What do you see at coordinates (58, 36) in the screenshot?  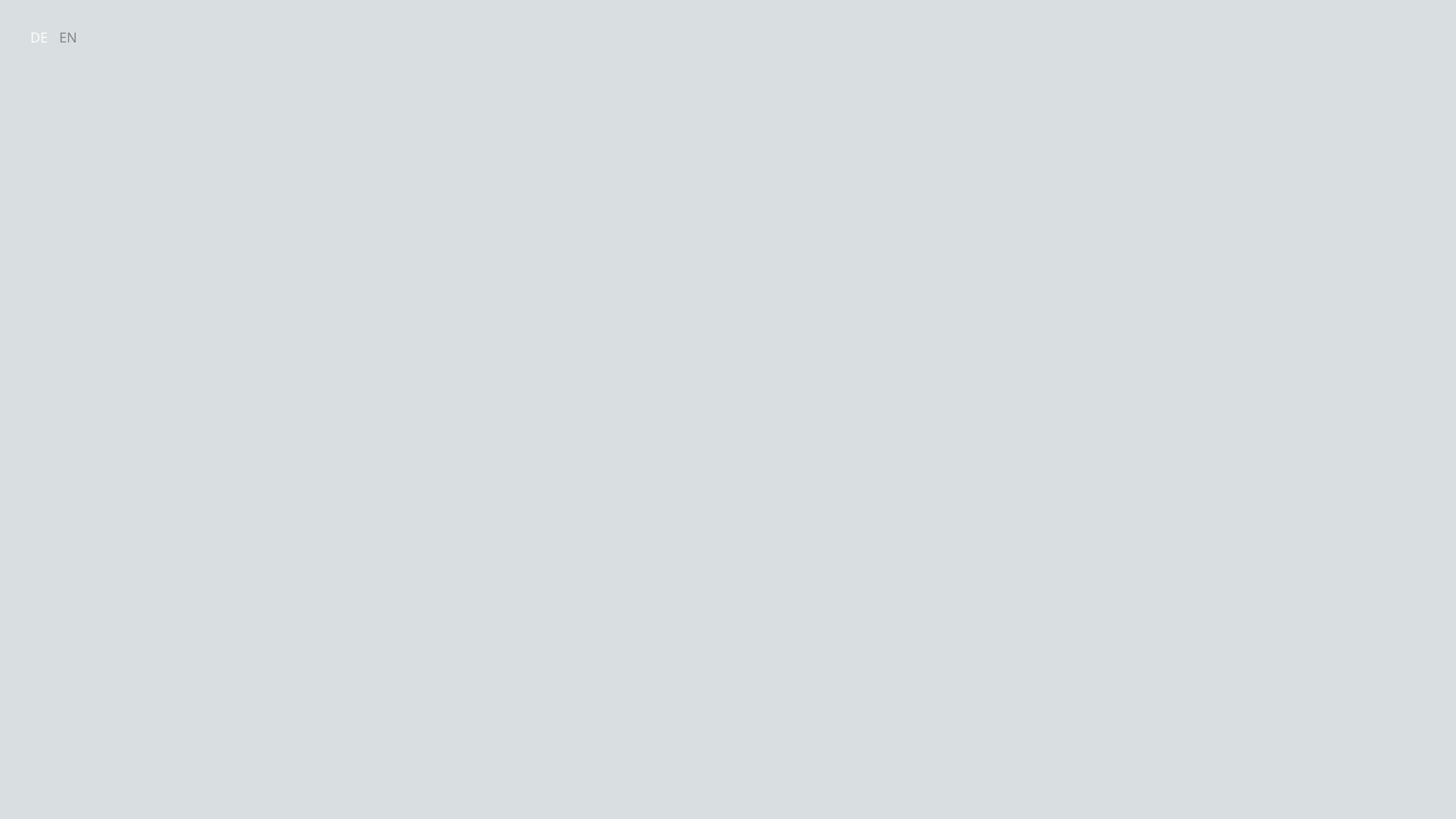 I see `'EN'` at bounding box center [58, 36].